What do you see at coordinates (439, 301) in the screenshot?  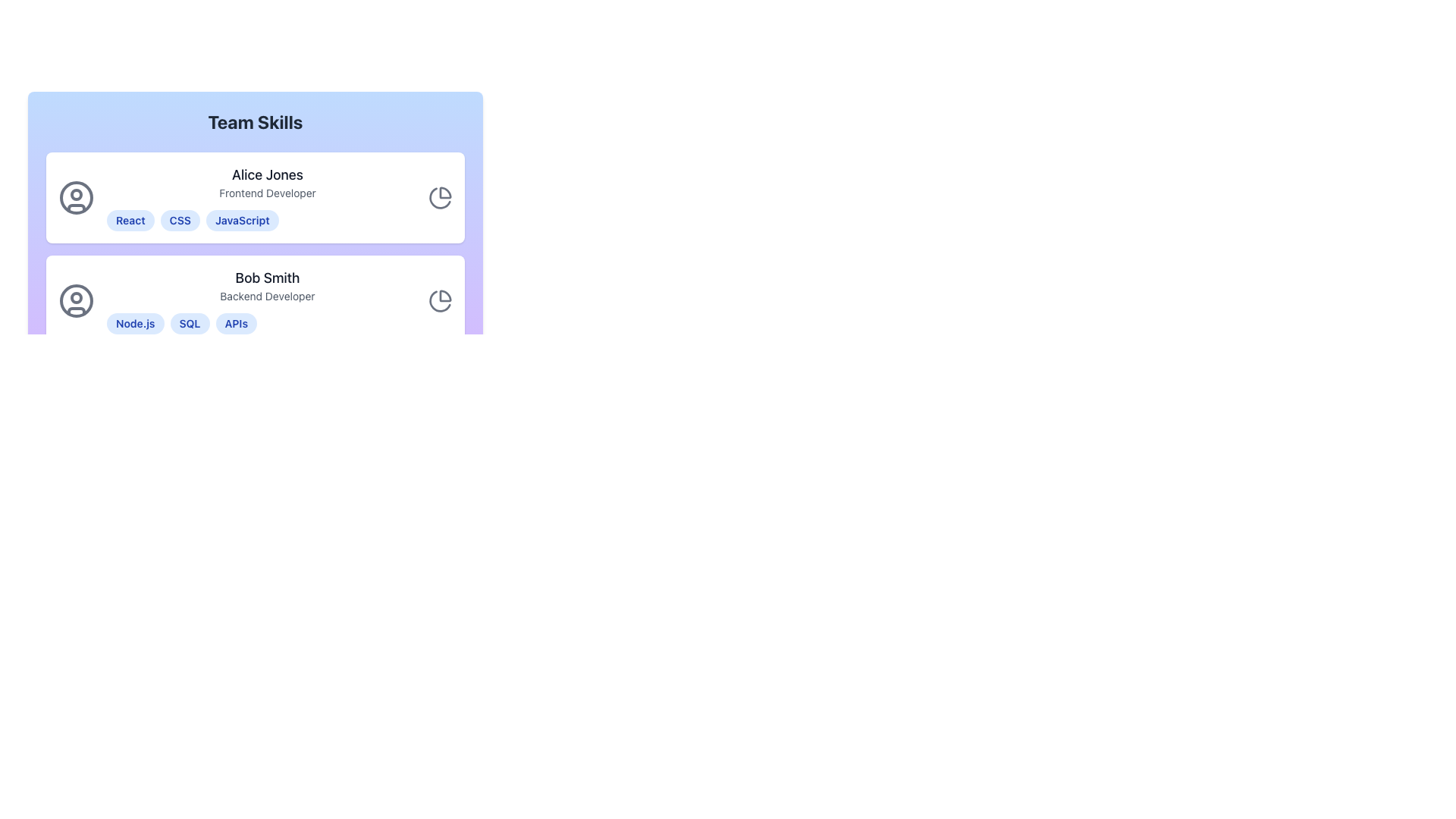 I see `the pie chart icon located at the far right of the 'Bob Smith' card, aligned with the 'Backend Developer' text` at bounding box center [439, 301].